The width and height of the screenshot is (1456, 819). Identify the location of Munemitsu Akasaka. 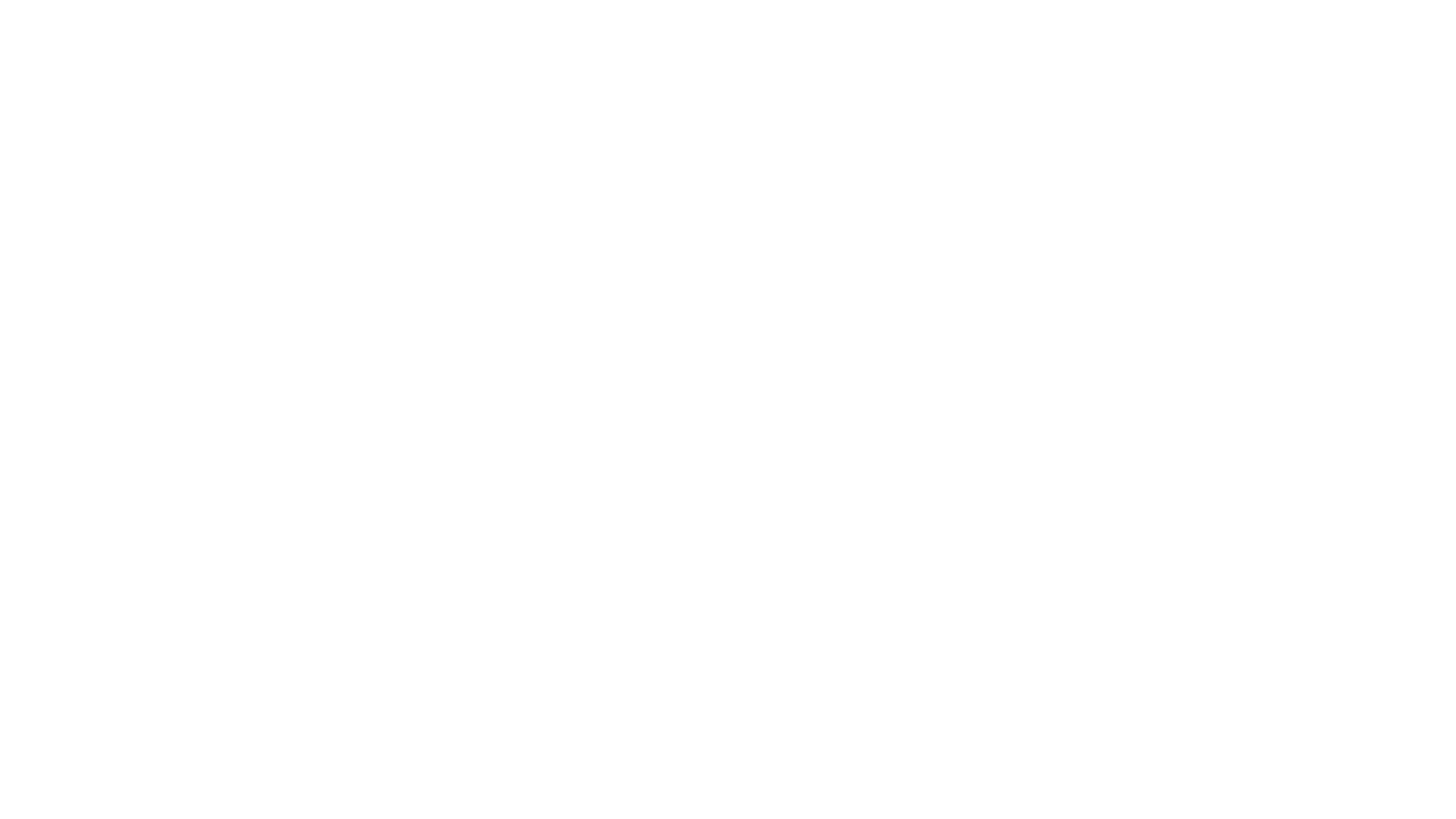
(404, 174).